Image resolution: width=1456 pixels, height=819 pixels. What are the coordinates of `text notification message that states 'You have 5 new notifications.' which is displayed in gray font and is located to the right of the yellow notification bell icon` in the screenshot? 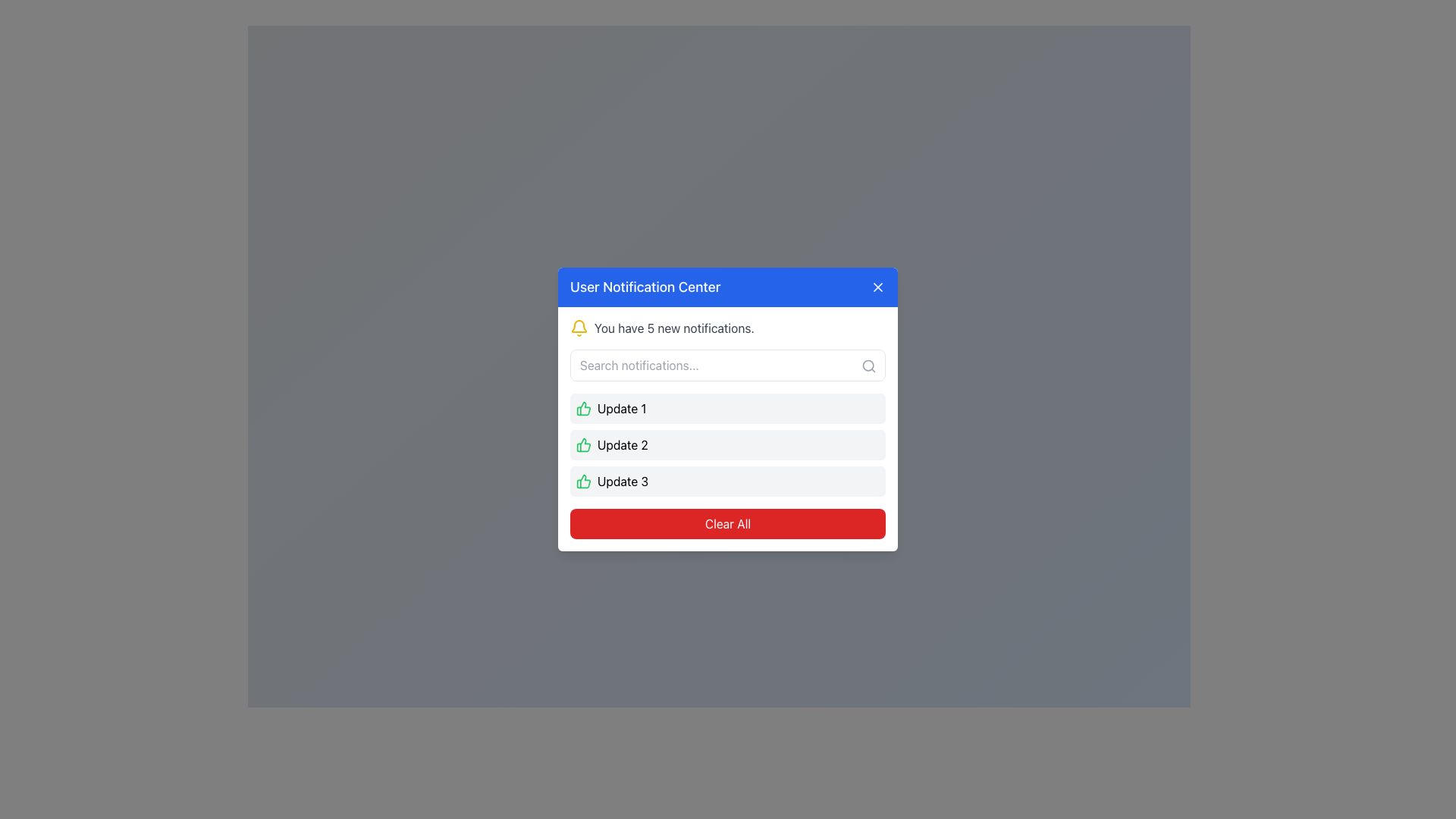 It's located at (673, 327).